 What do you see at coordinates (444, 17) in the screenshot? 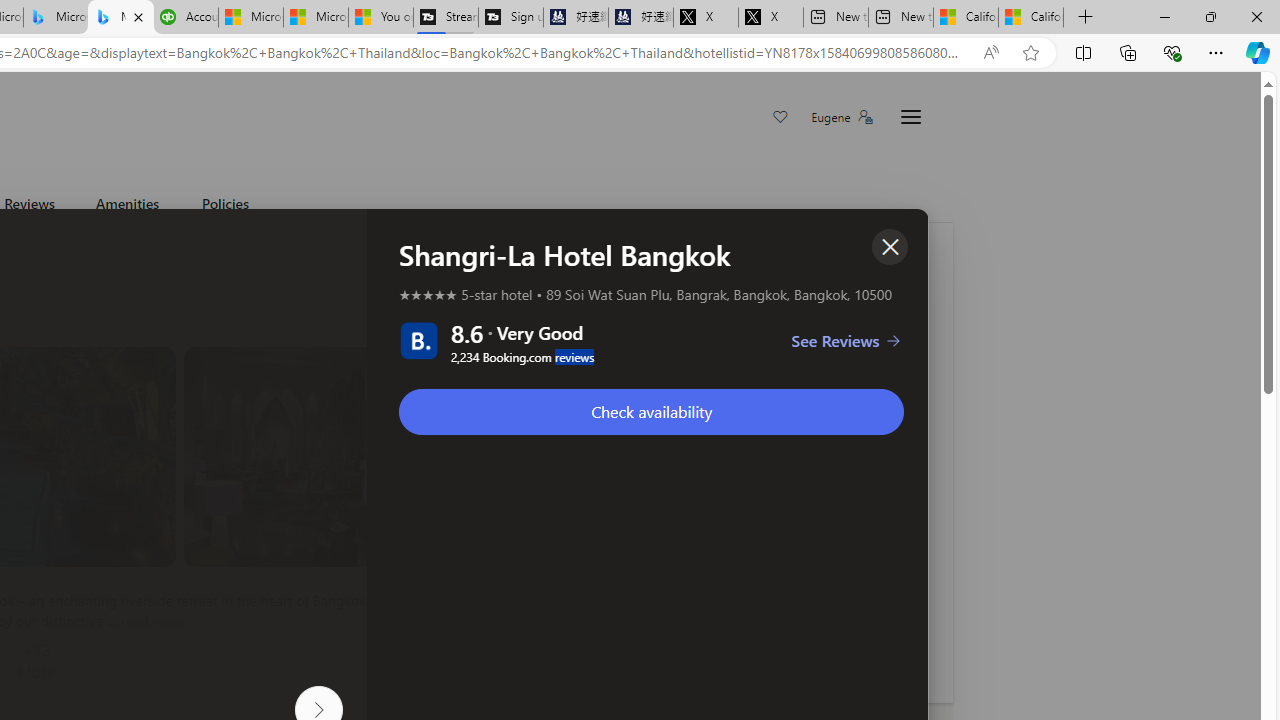
I see `'Streaming Coverage | T3'` at bounding box center [444, 17].